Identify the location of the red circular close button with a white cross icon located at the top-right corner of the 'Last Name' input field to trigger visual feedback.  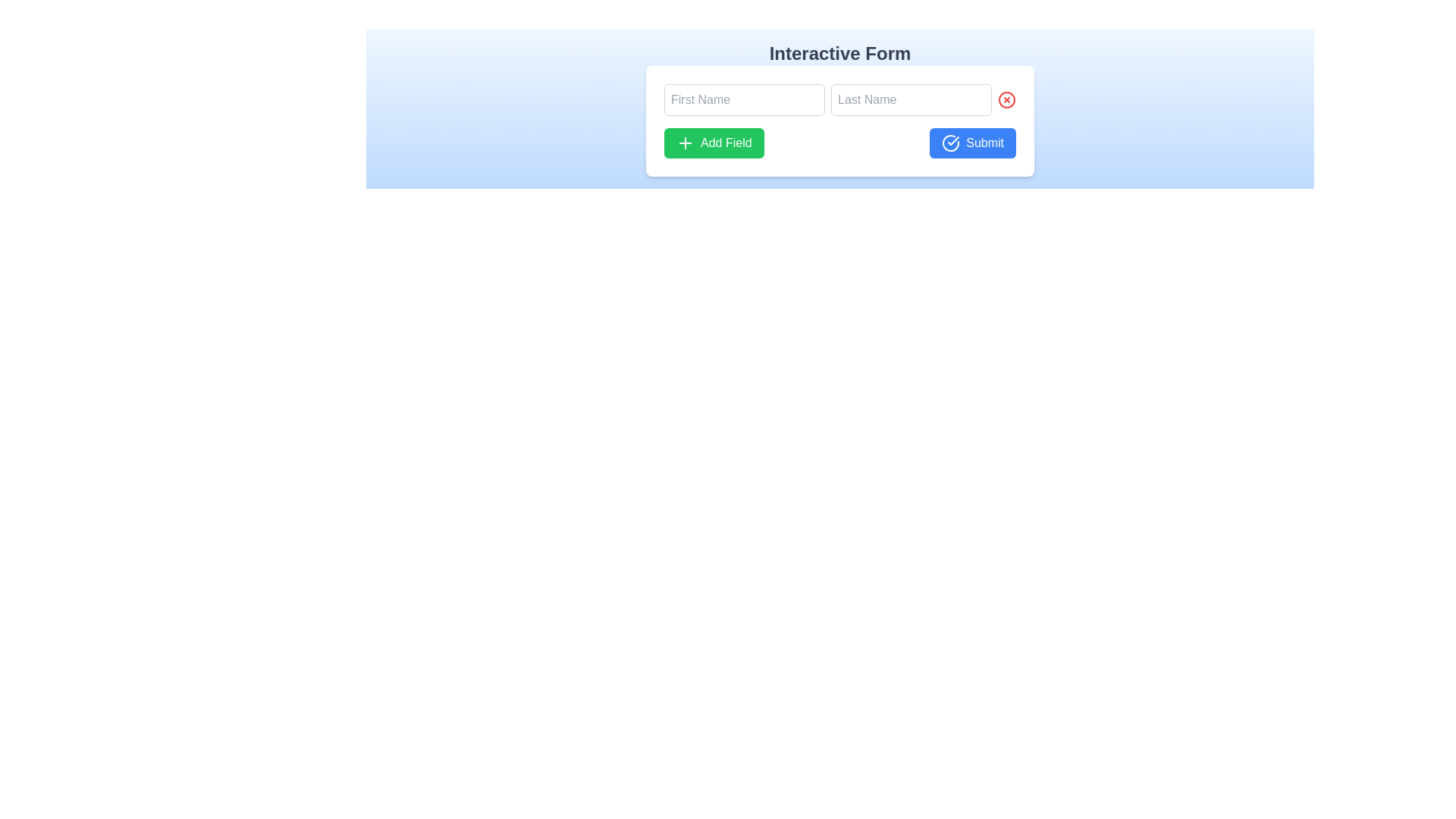
(1007, 99).